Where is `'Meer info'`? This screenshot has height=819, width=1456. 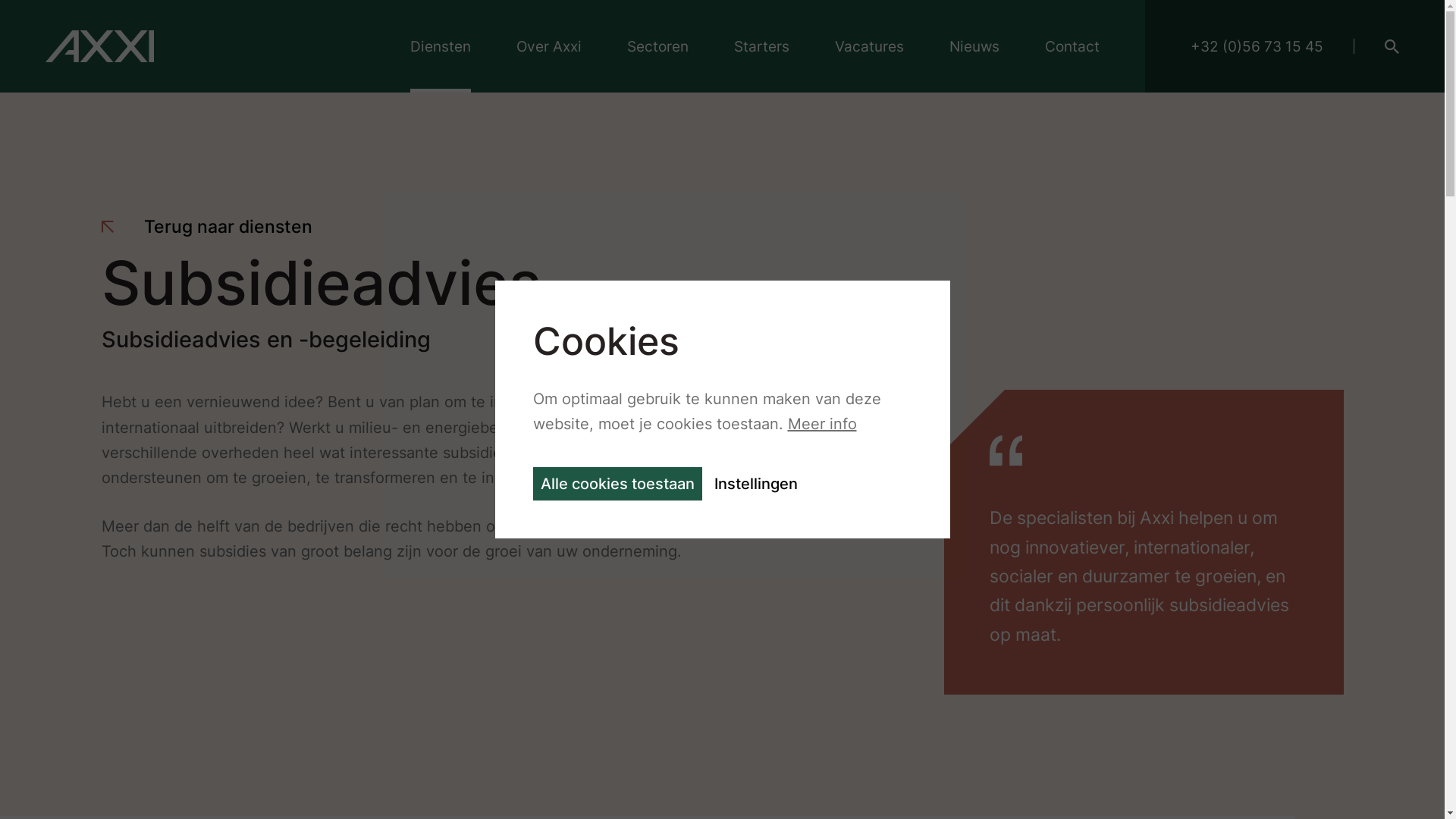 'Meer info' is located at coordinates (821, 424).